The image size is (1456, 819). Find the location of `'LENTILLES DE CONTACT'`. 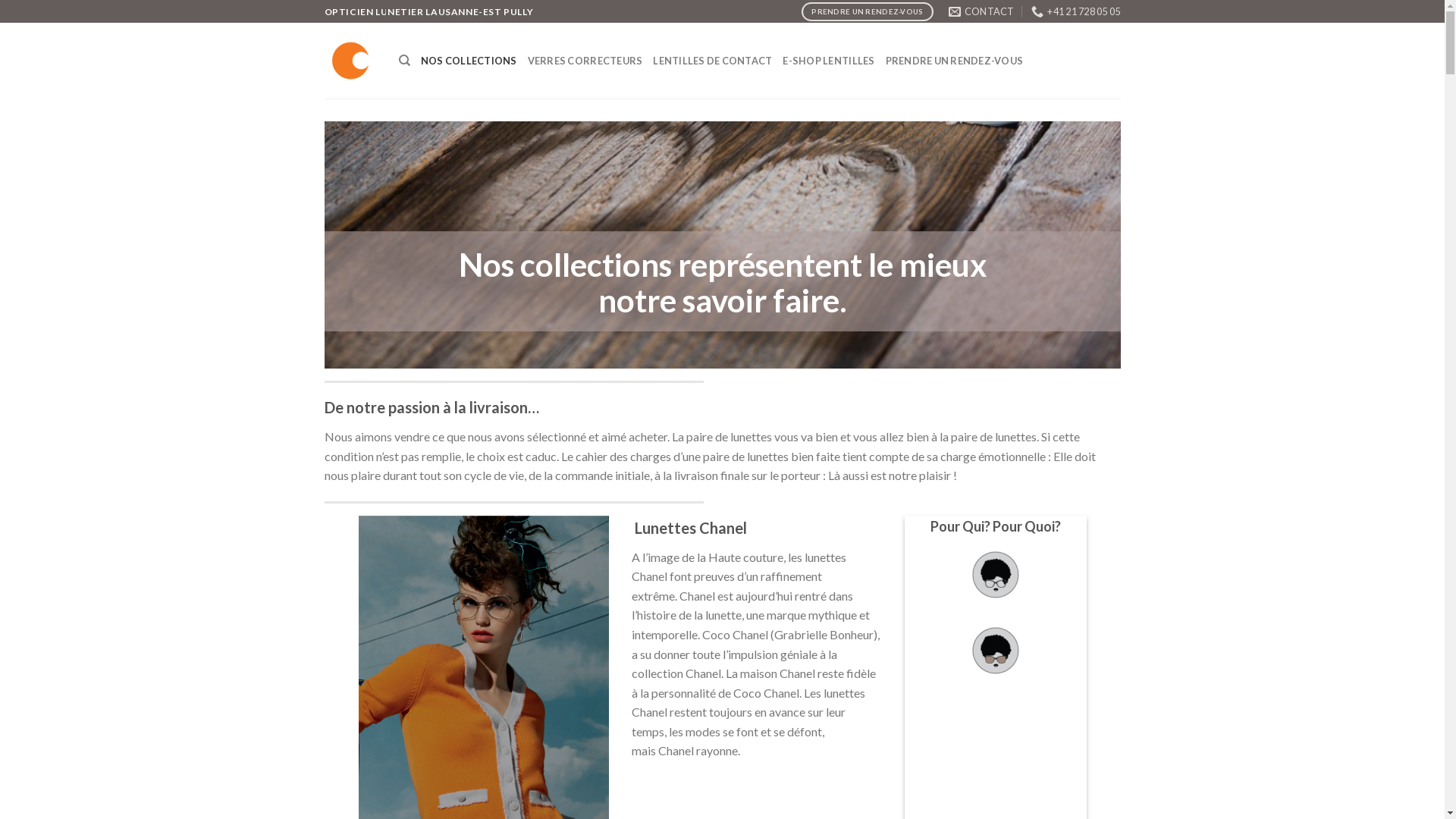

'LENTILLES DE CONTACT' is located at coordinates (652, 60).